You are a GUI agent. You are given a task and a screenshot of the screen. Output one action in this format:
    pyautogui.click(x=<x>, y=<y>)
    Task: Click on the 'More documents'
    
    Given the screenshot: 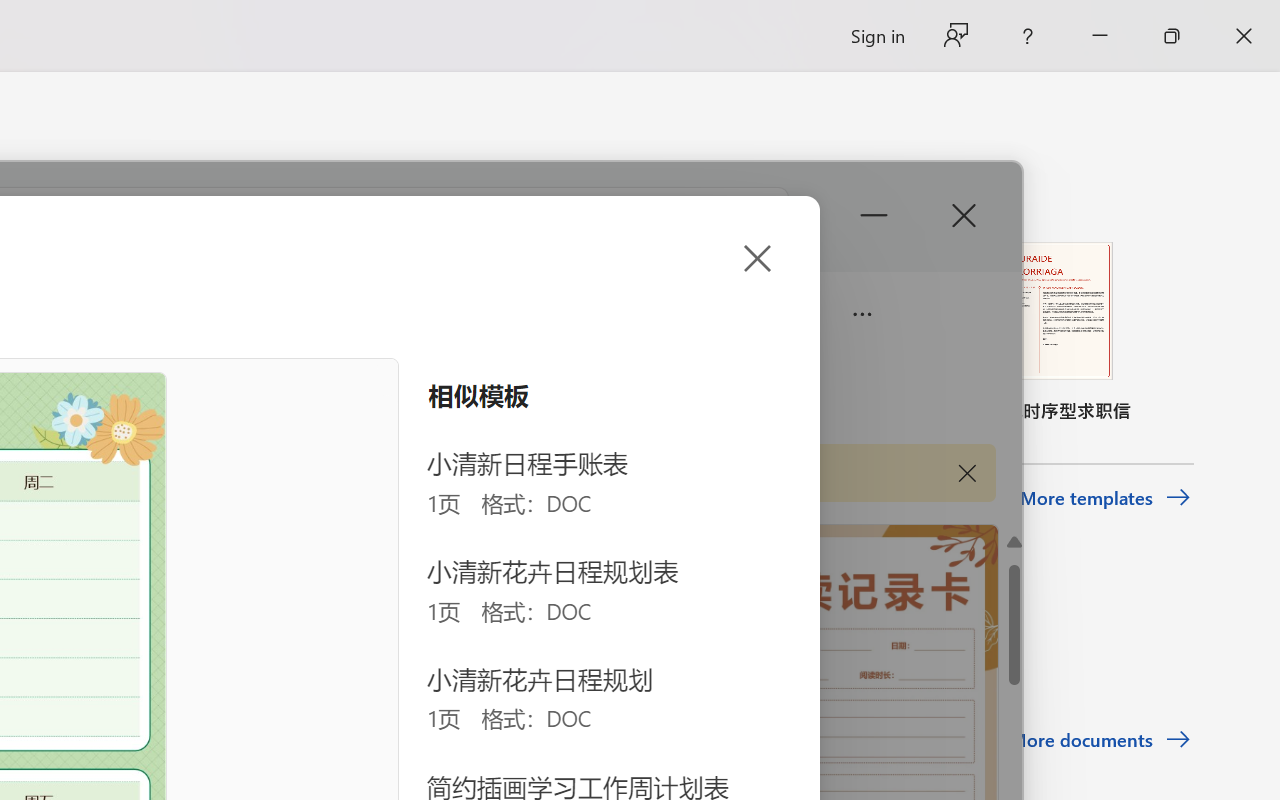 What is the action you would take?
    pyautogui.click(x=1099, y=740)
    